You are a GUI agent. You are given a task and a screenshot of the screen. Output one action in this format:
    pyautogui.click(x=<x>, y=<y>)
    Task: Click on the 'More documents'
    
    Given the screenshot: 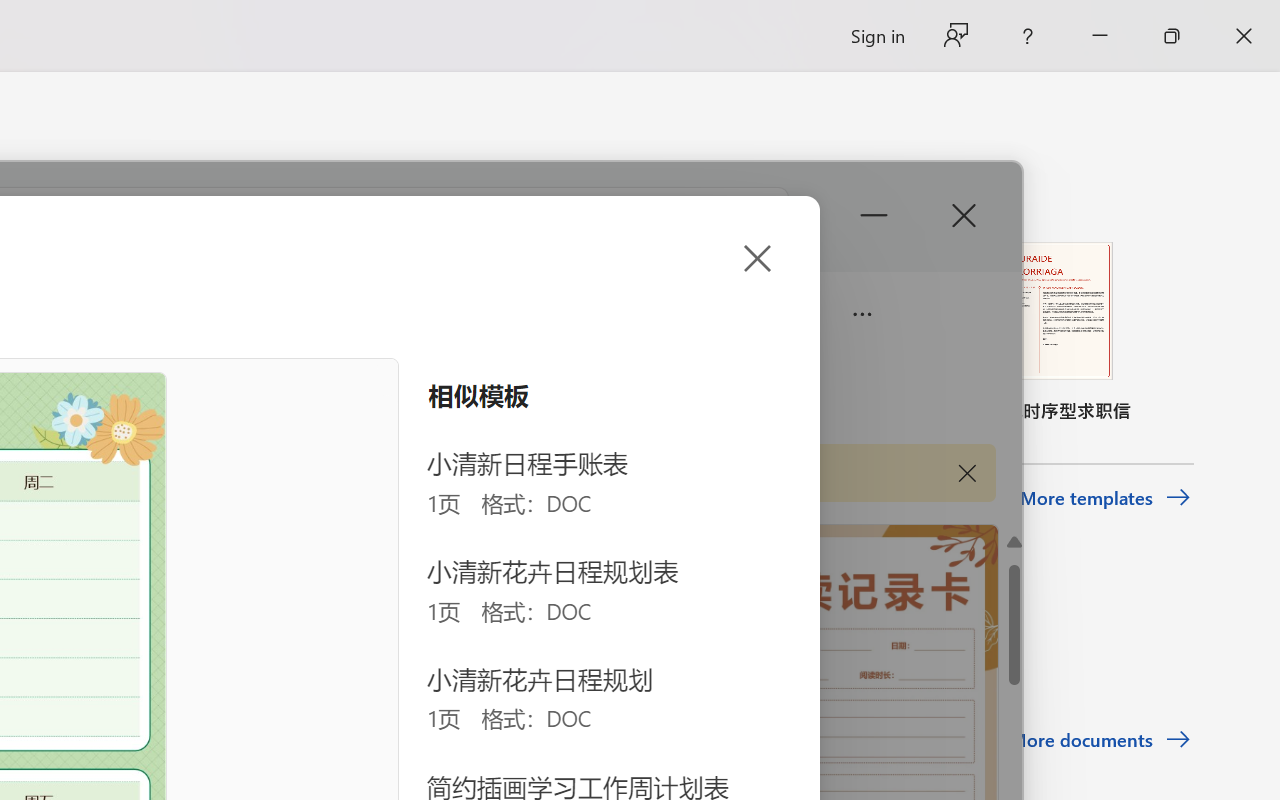 What is the action you would take?
    pyautogui.click(x=1099, y=740)
    